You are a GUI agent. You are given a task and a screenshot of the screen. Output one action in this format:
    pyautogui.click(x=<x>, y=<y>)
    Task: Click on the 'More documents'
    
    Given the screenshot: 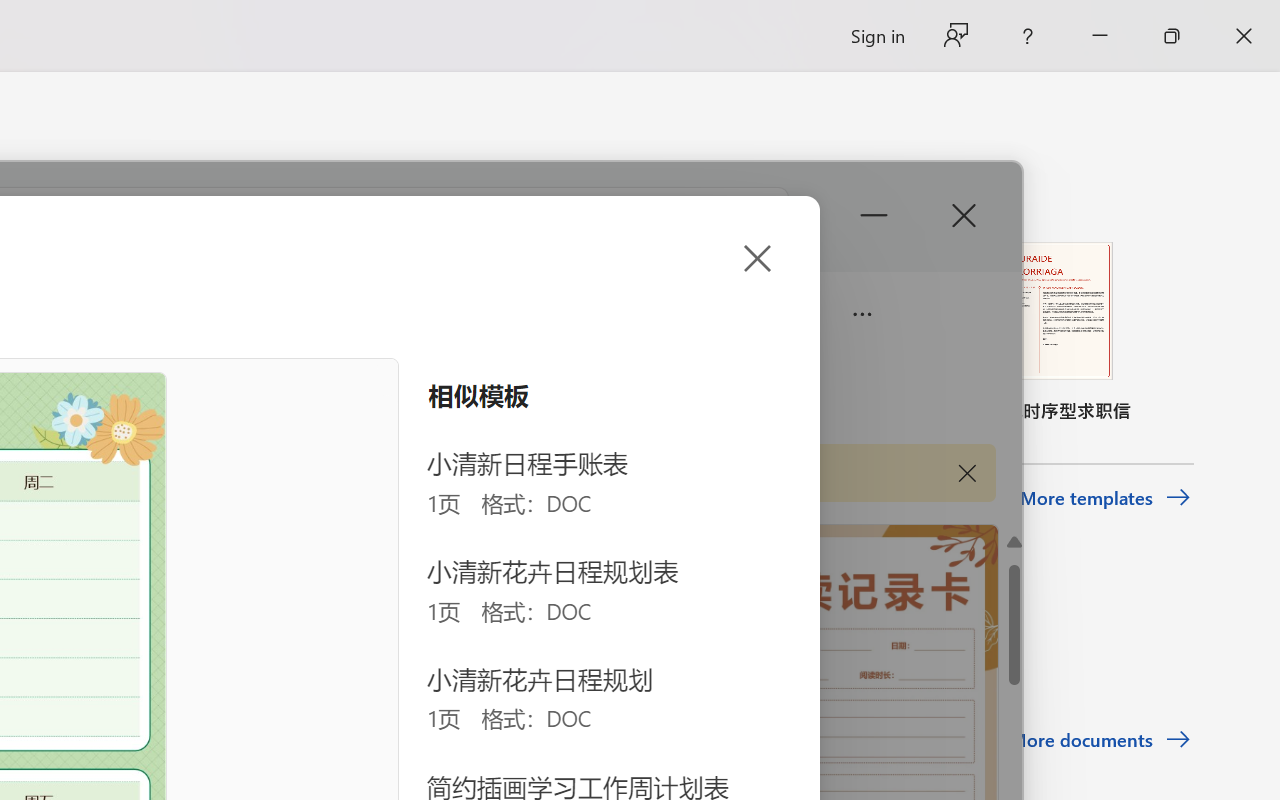 What is the action you would take?
    pyautogui.click(x=1099, y=740)
    